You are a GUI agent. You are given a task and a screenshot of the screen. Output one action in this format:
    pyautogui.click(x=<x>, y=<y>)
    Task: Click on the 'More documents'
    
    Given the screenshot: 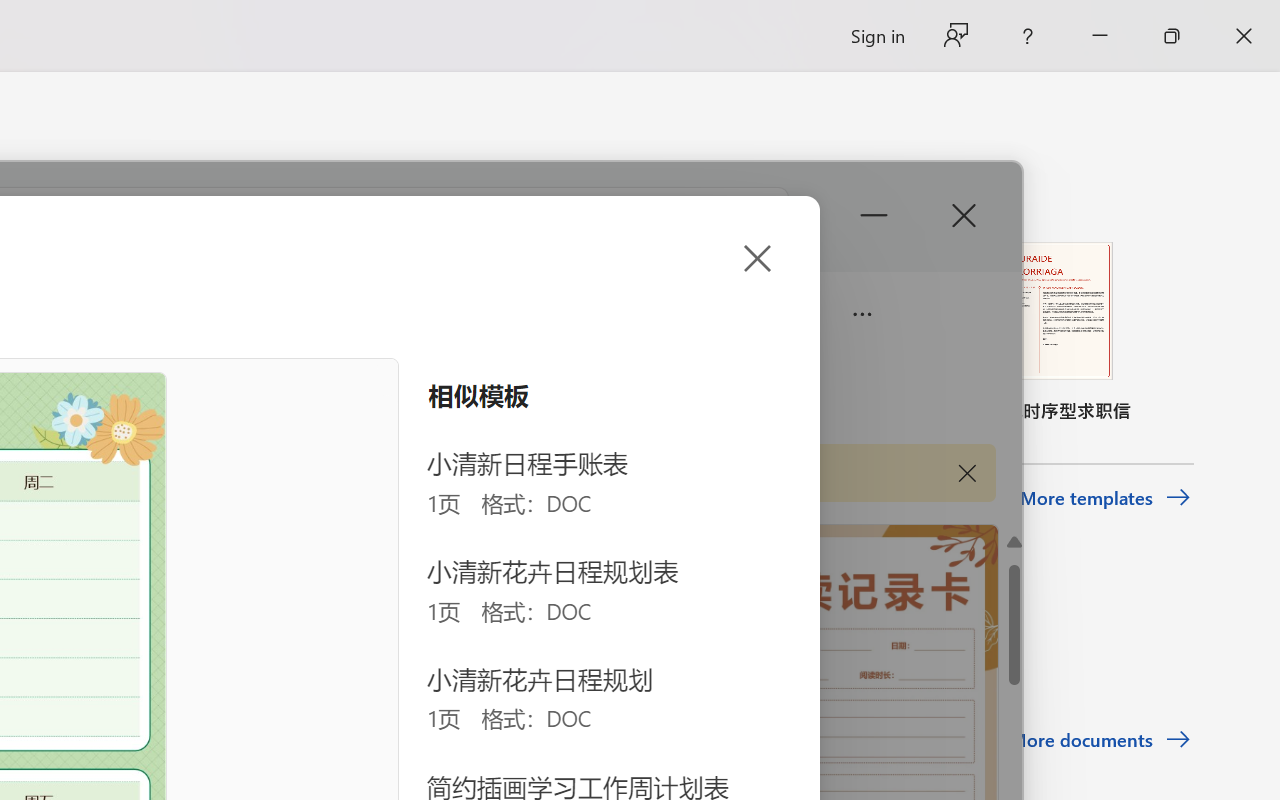 What is the action you would take?
    pyautogui.click(x=1099, y=740)
    